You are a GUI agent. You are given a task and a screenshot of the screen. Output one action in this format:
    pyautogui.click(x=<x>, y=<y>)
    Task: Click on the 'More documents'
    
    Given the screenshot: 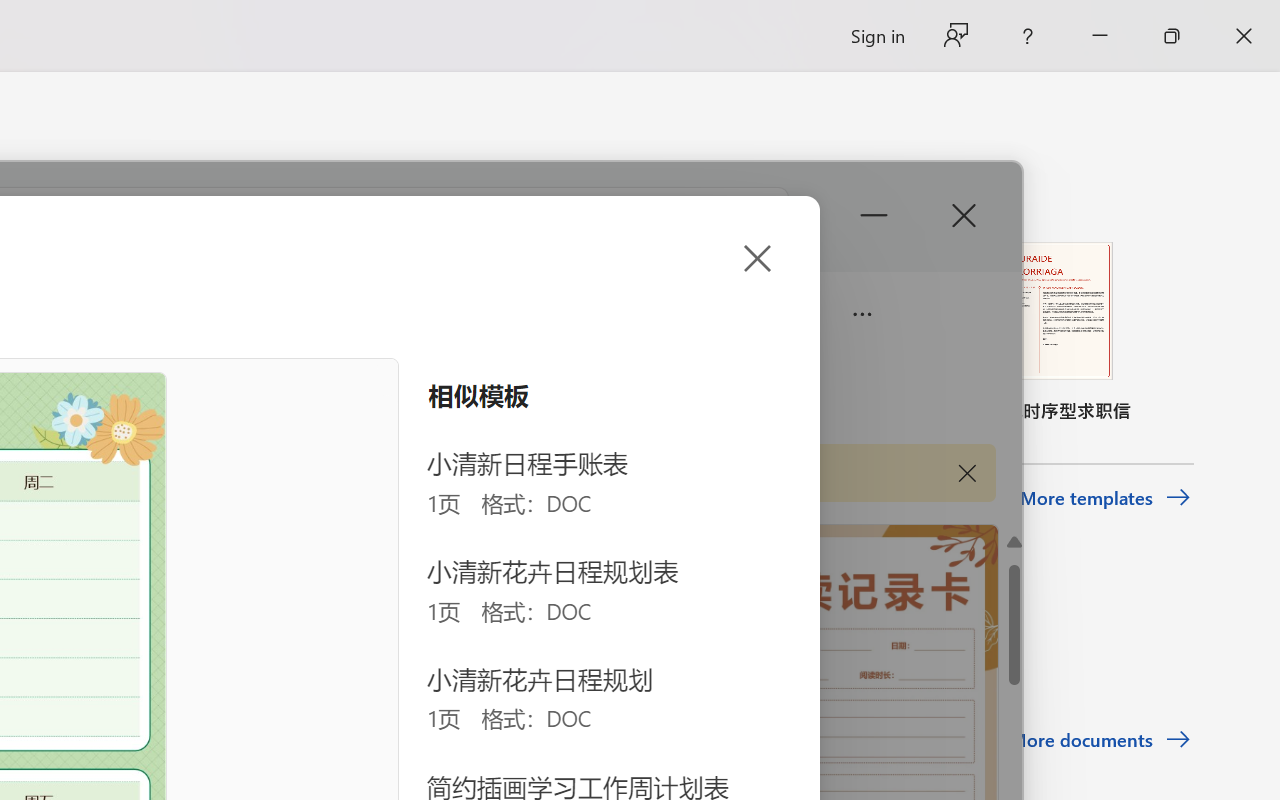 What is the action you would take?
    pyautogui.click(x=1099, y=740)
    